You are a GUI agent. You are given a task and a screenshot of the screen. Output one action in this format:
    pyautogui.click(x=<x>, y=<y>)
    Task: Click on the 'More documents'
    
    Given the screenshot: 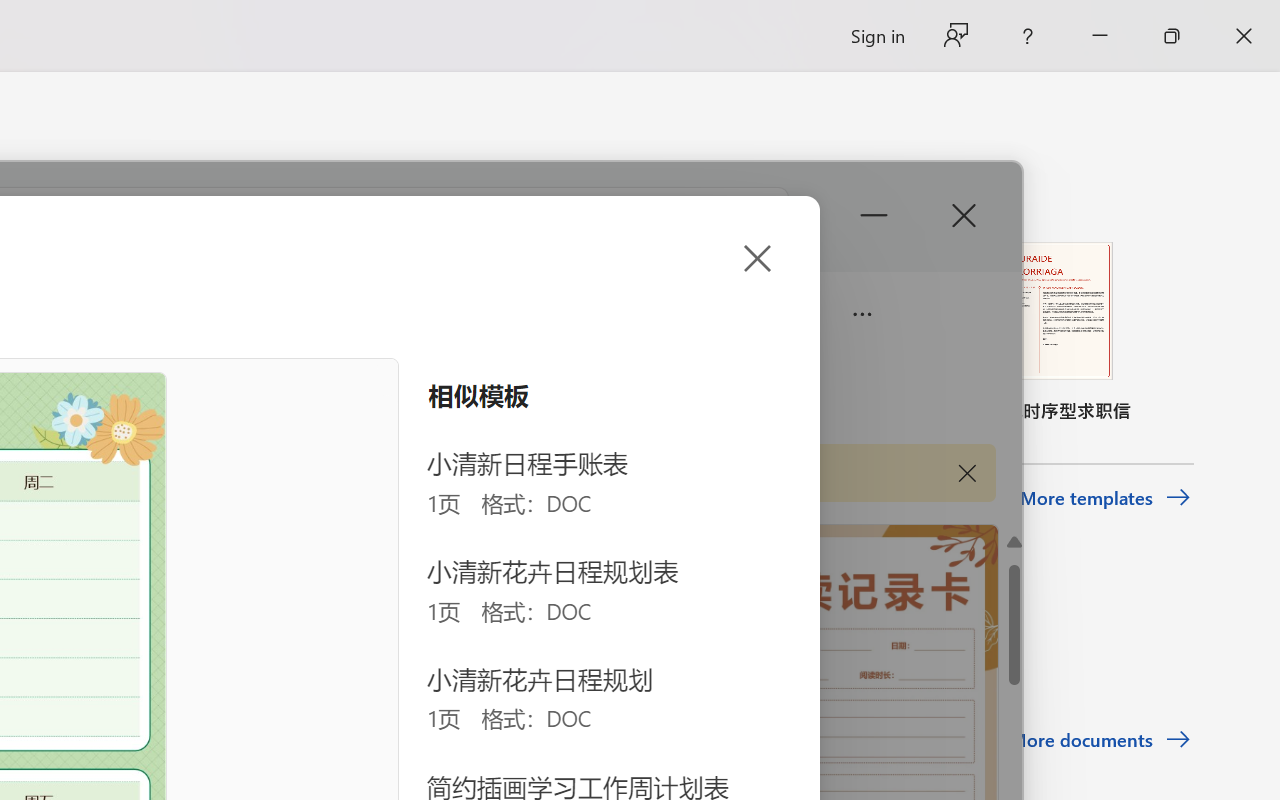 What is the action you would take?
    pyautogui.click(x=1099, y=740)
    